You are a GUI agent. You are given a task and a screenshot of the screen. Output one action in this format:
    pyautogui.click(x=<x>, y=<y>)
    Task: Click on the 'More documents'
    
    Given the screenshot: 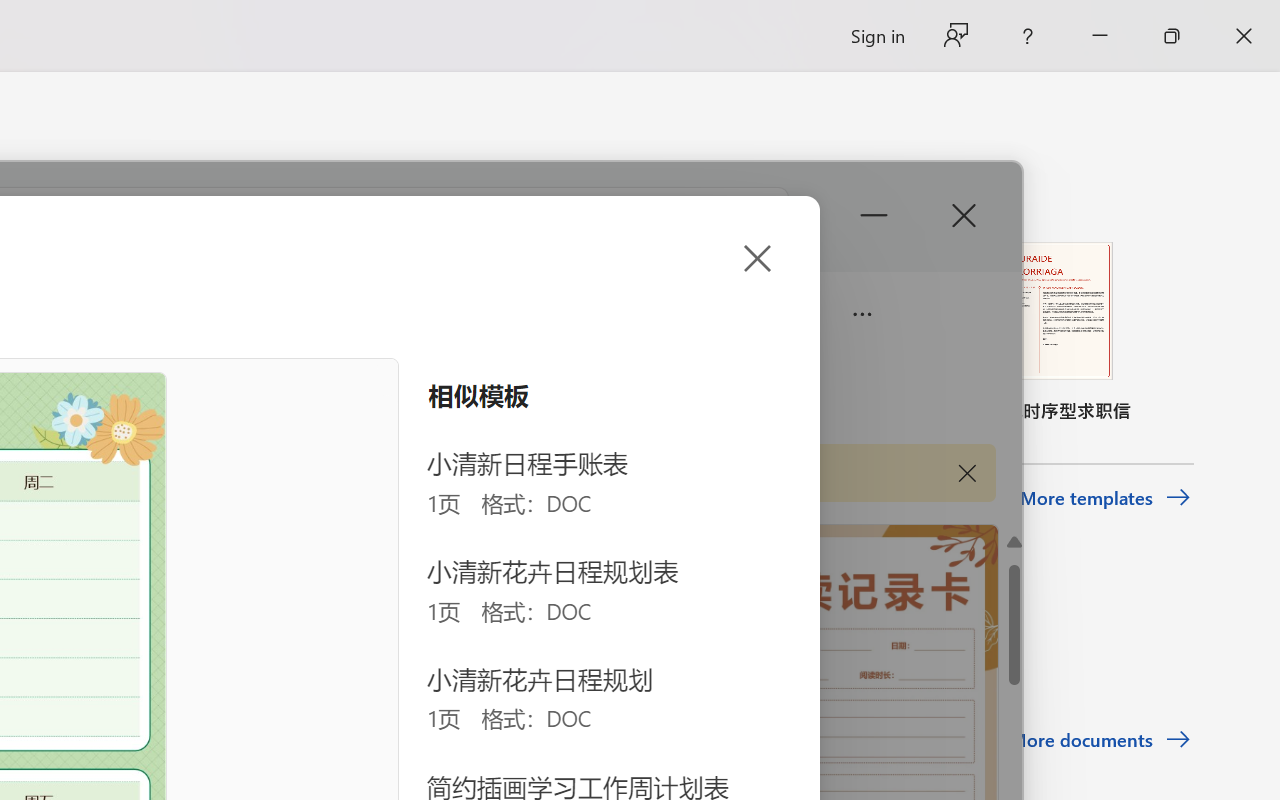 What is the action you would take?
    pyautogui.click(x=1099, y=740)
    